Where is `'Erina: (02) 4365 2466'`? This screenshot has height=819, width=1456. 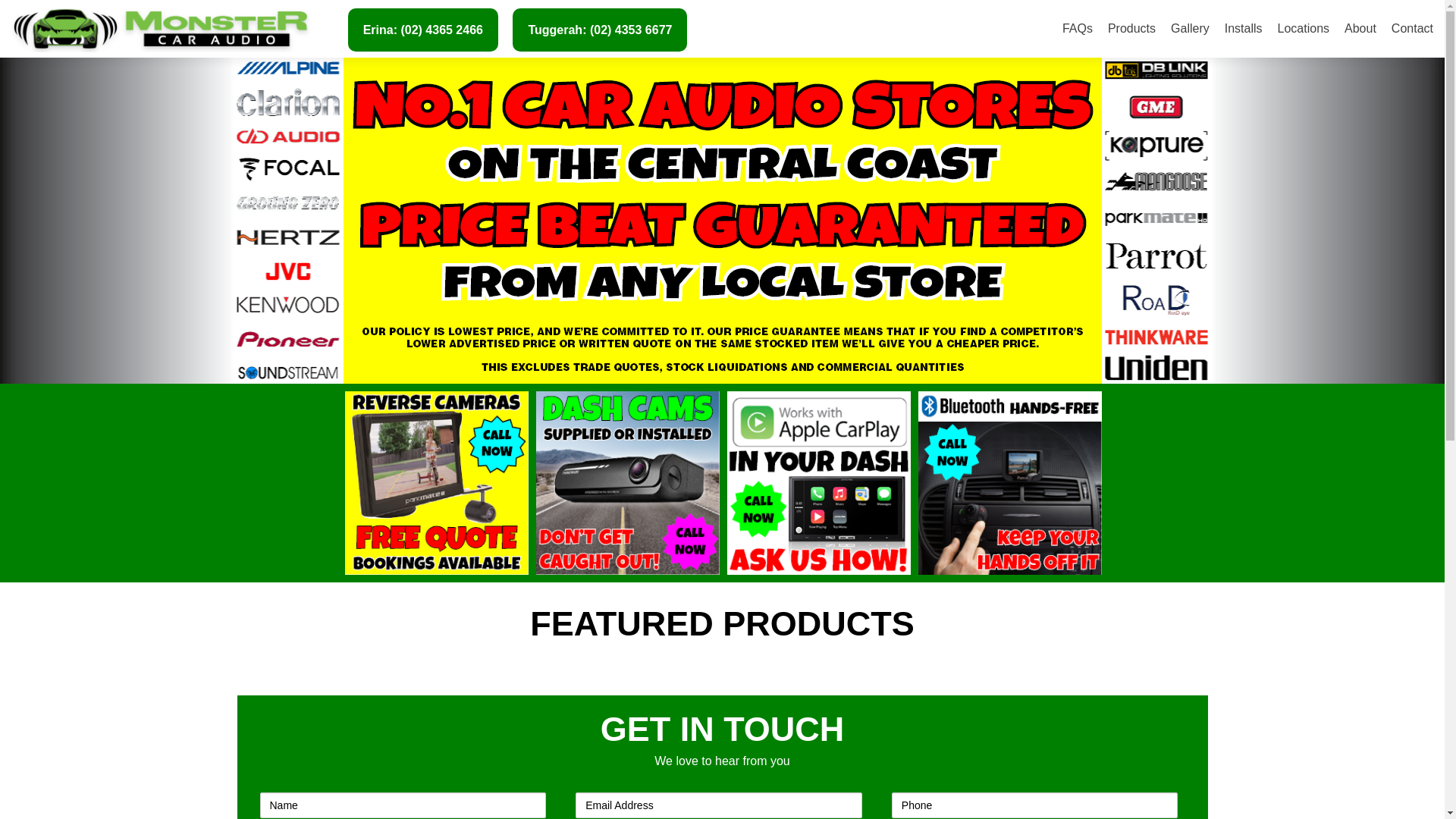
'Erina: (02) 4365 2466' is located at coordinates (422, 30).